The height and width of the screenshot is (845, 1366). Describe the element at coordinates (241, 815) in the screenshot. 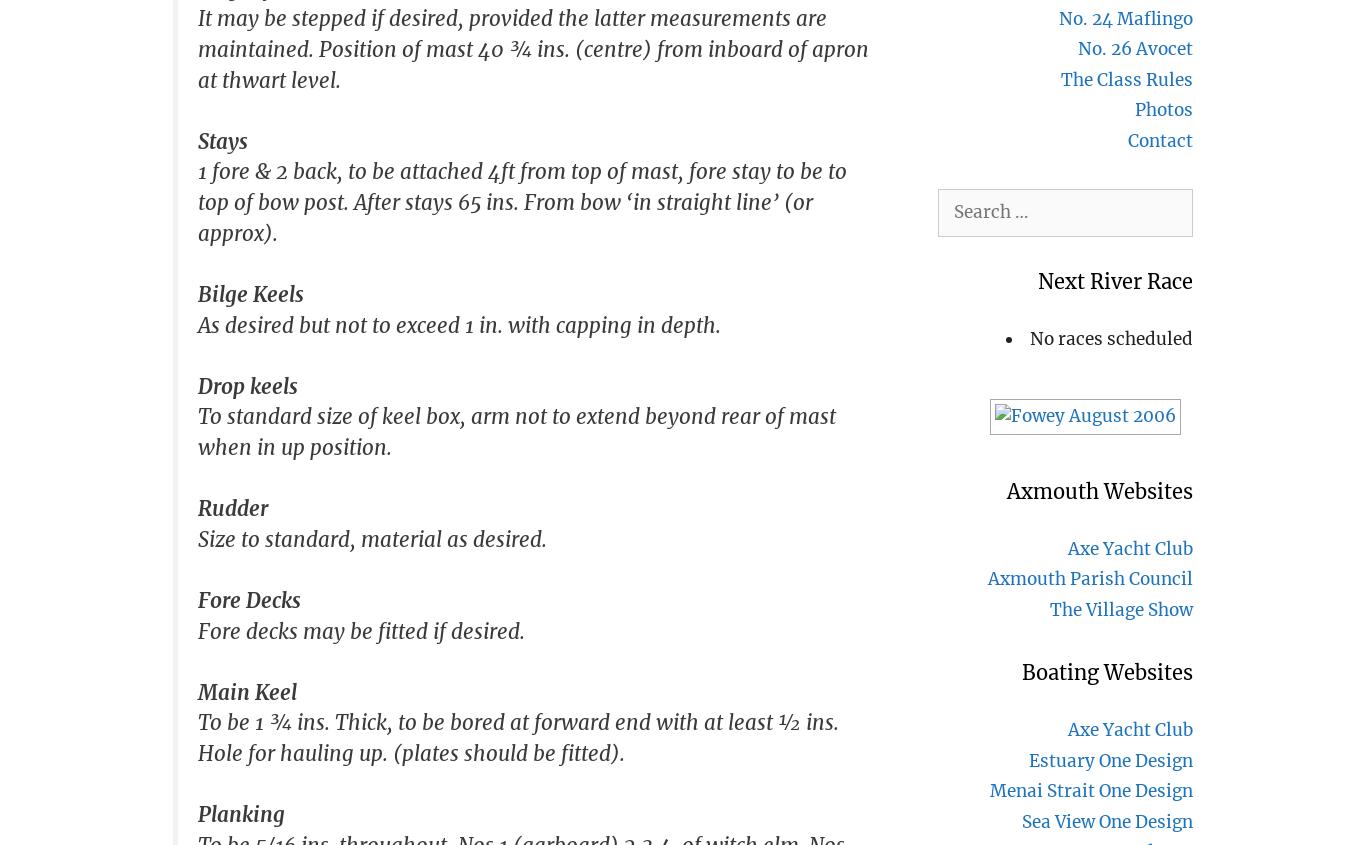

I see `'Planking'` at that location.